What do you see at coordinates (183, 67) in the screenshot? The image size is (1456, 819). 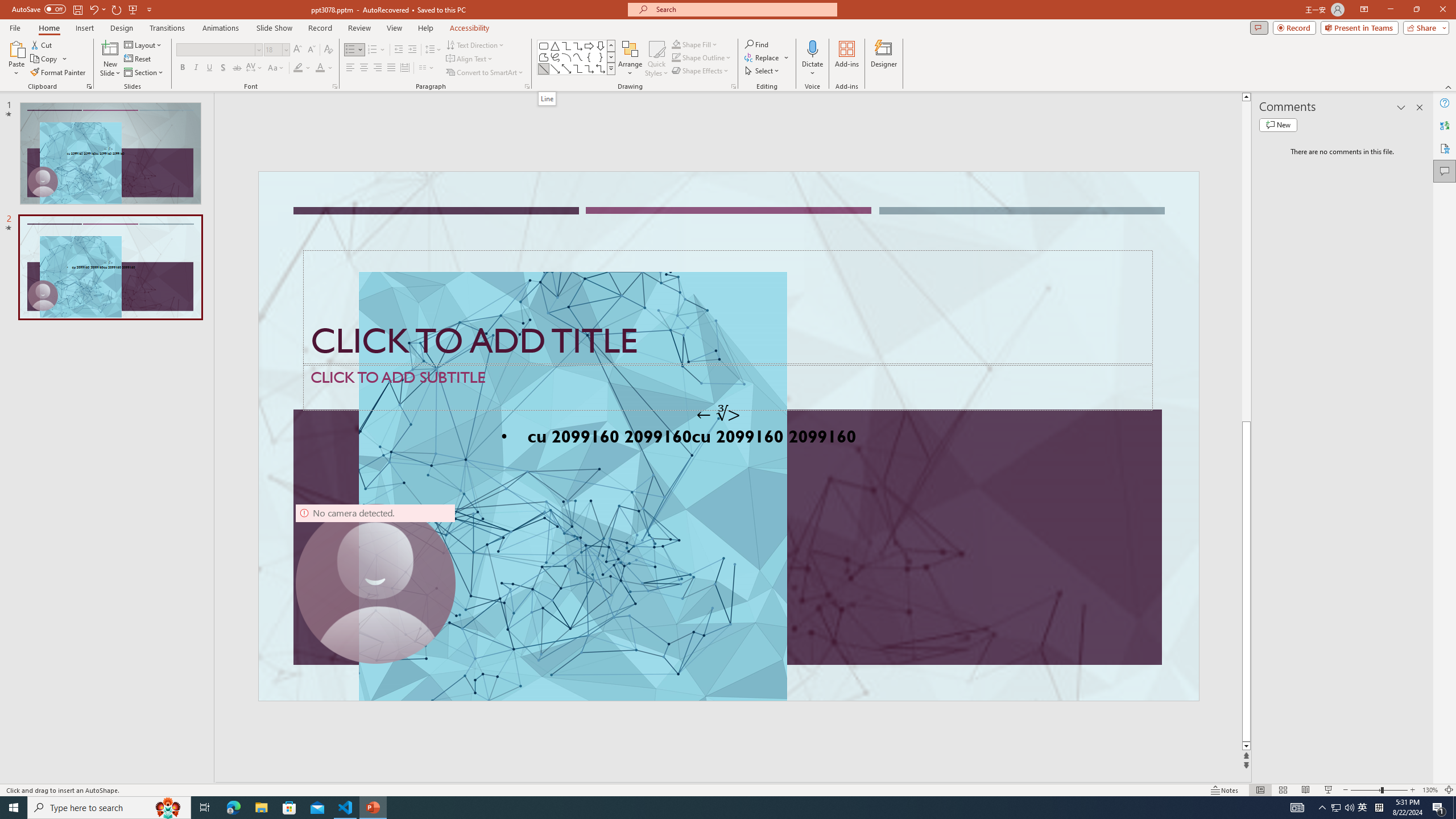 I see `'Bold'` at bounding box center [183, 67].